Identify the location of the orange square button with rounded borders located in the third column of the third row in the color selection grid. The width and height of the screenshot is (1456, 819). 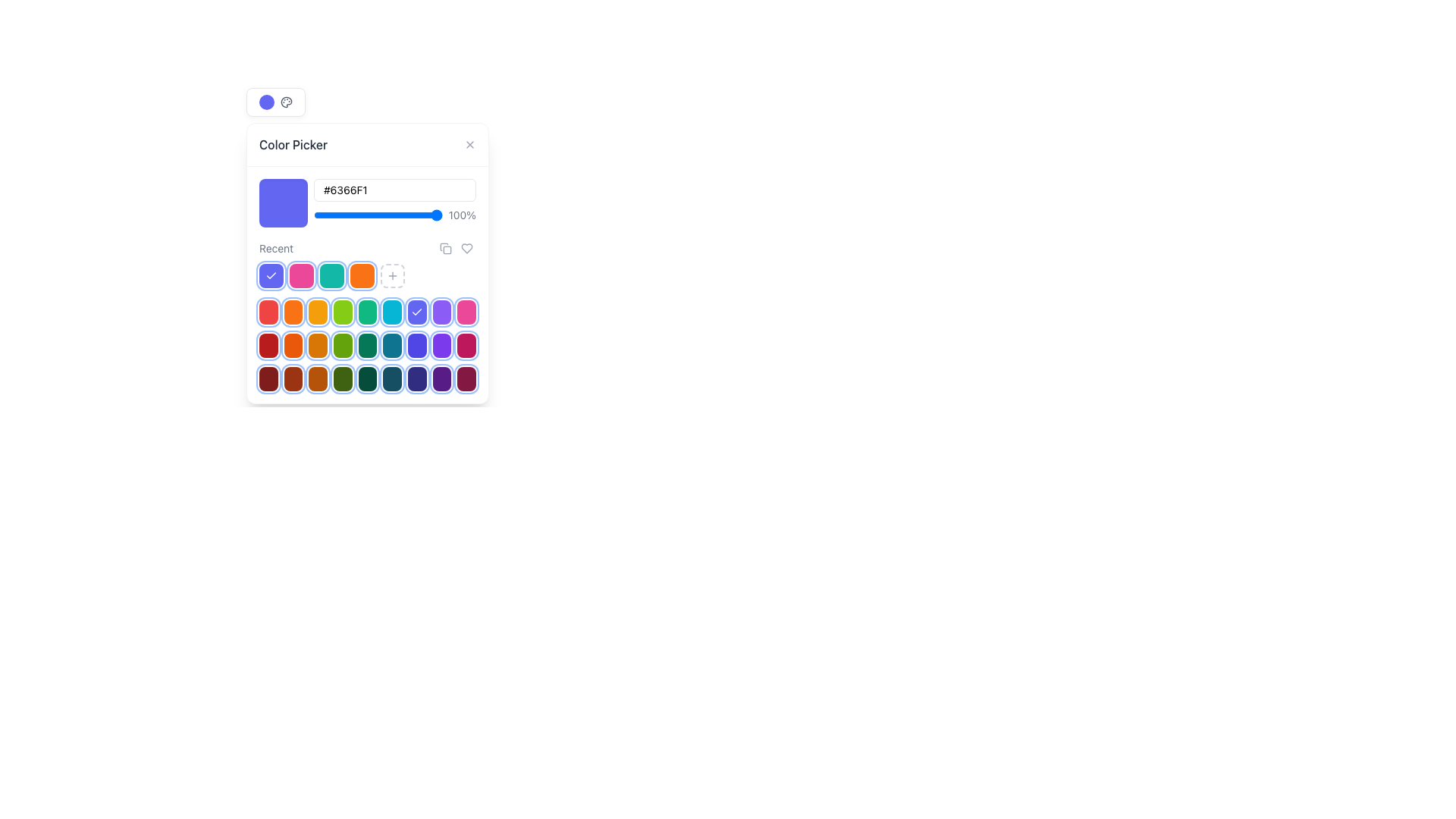
(317, 345).